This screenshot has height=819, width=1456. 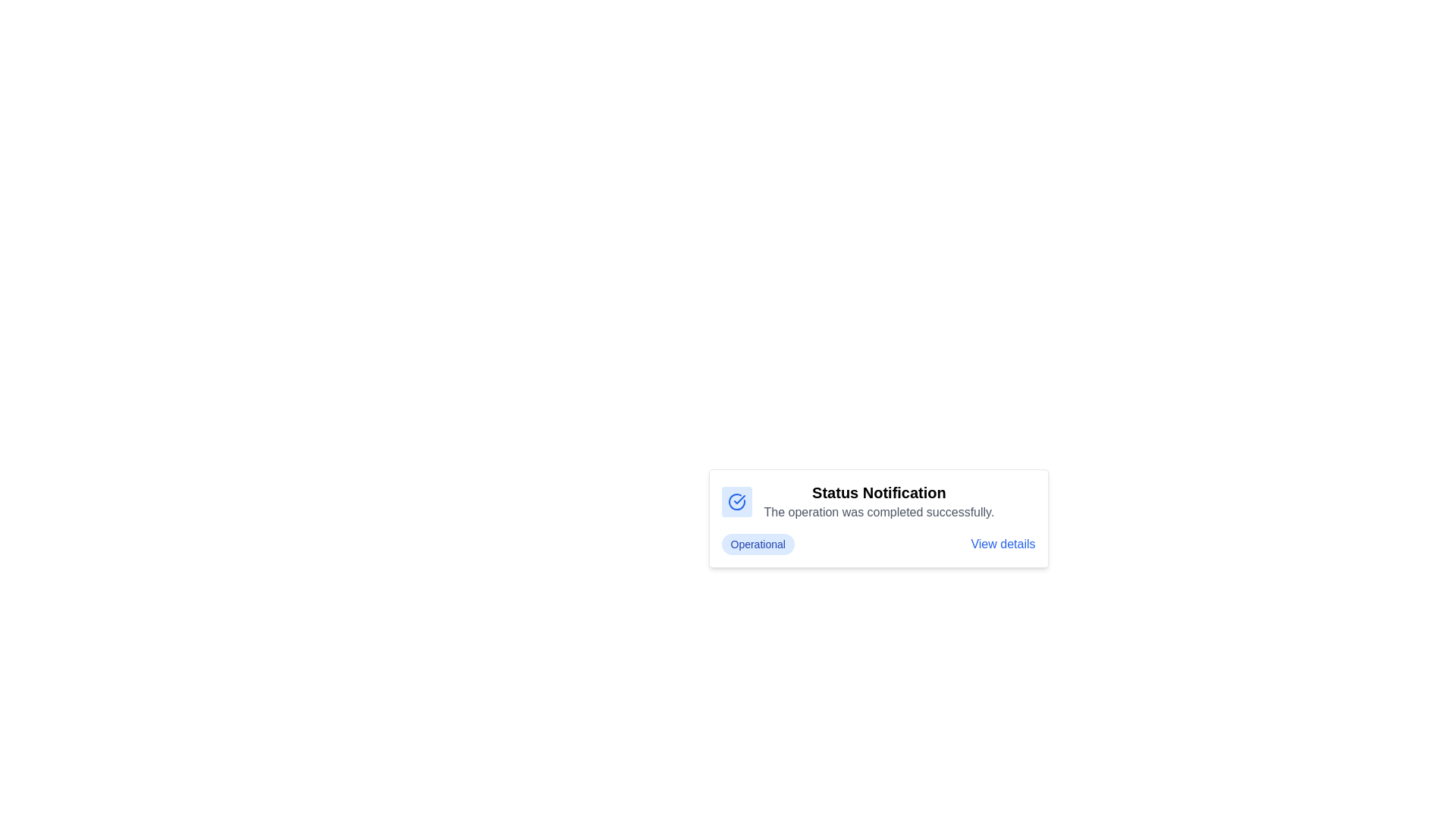 I want to click on the blue icon with a light blue background and a circular checkmark symbol located at the top-left corner of the notification card, adjacent to the title text 'Status Notification', so click(x=736, y=502).